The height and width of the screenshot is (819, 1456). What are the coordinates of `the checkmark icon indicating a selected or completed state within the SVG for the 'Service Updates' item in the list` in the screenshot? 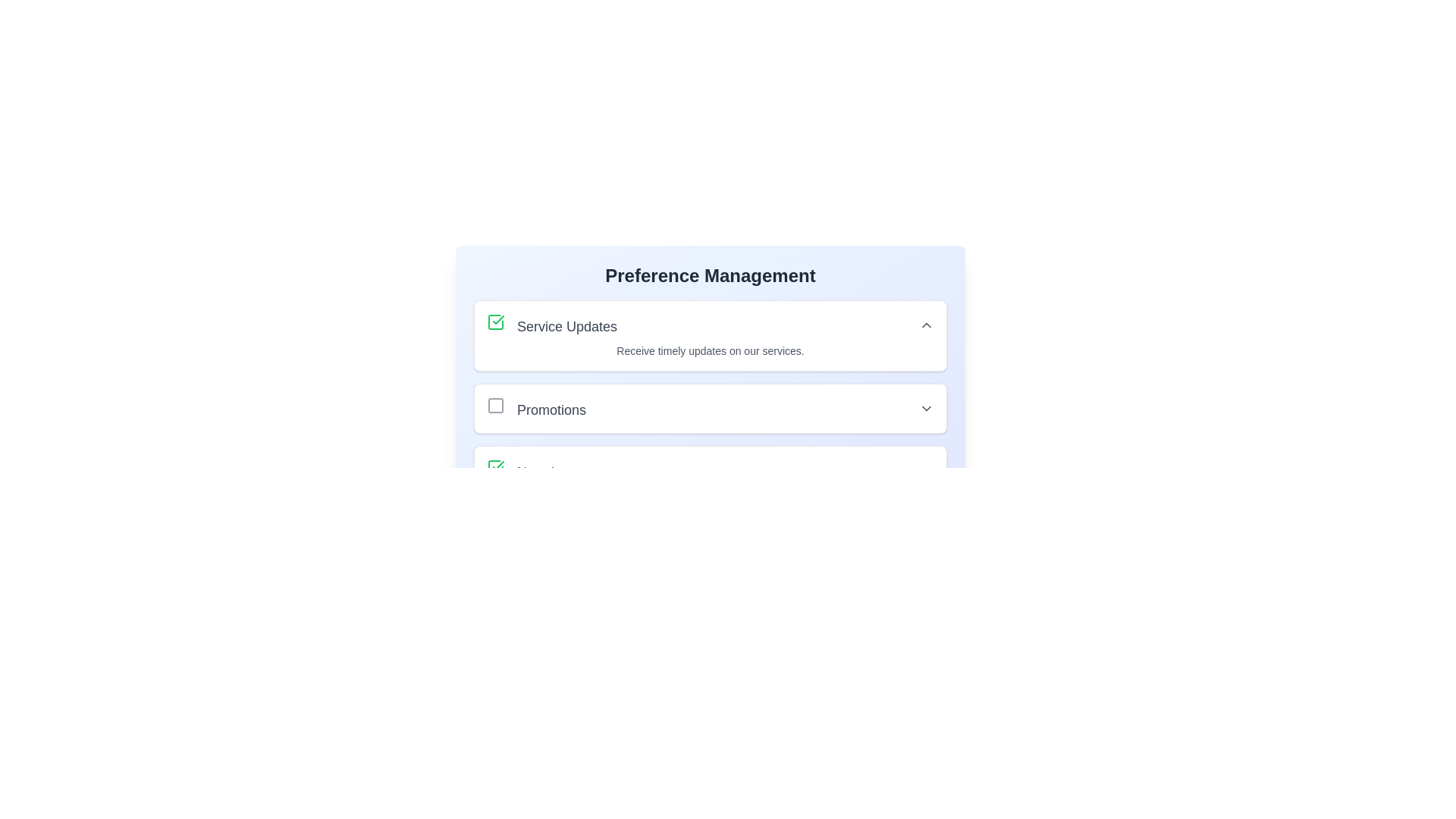 It's located at (498, 318).